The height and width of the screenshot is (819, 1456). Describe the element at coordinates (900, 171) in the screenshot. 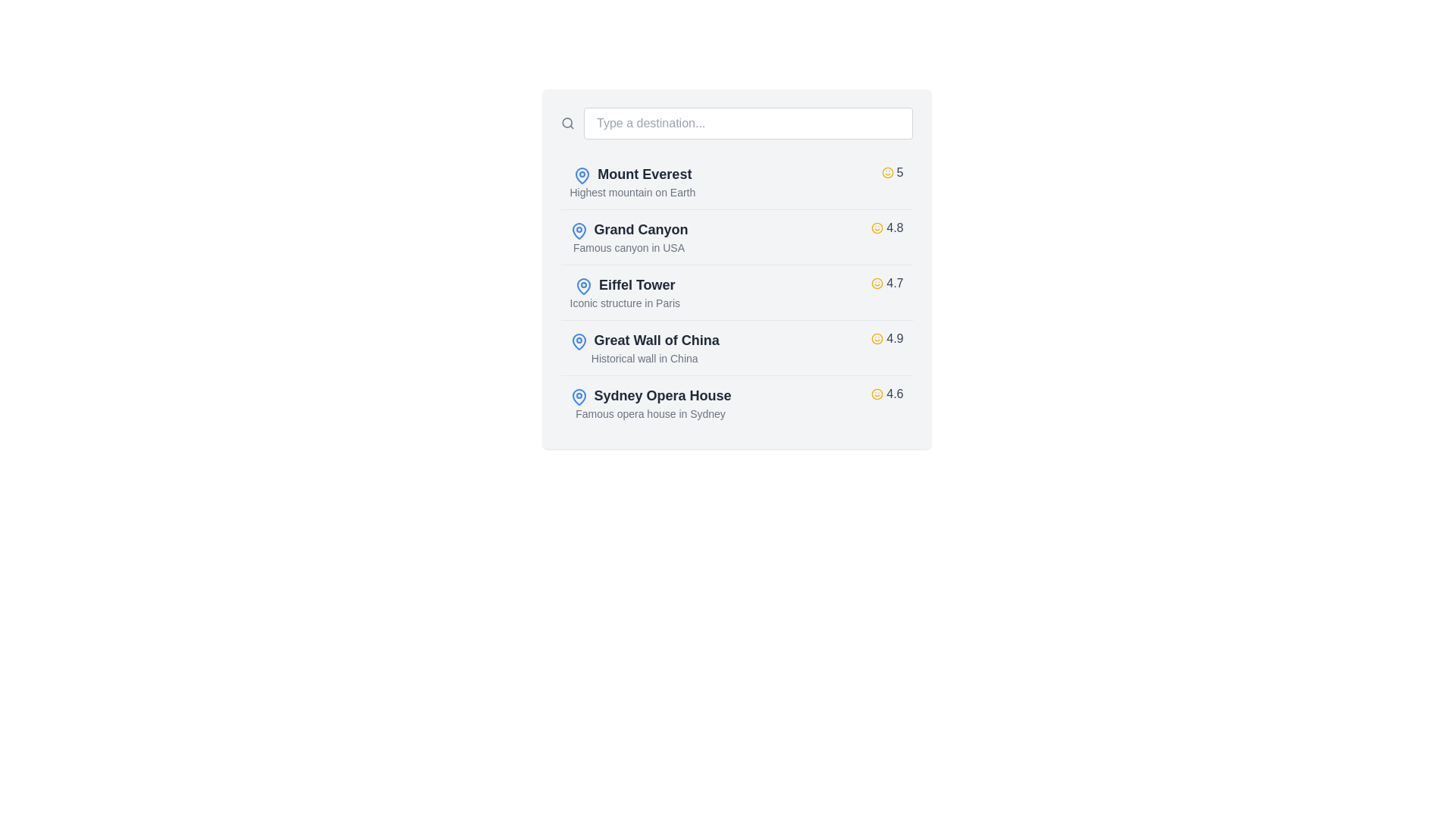

I see `displayed numeric rating for 'Mount Everest' from the text label located to the right of the yellow smiling face icon` at that location.